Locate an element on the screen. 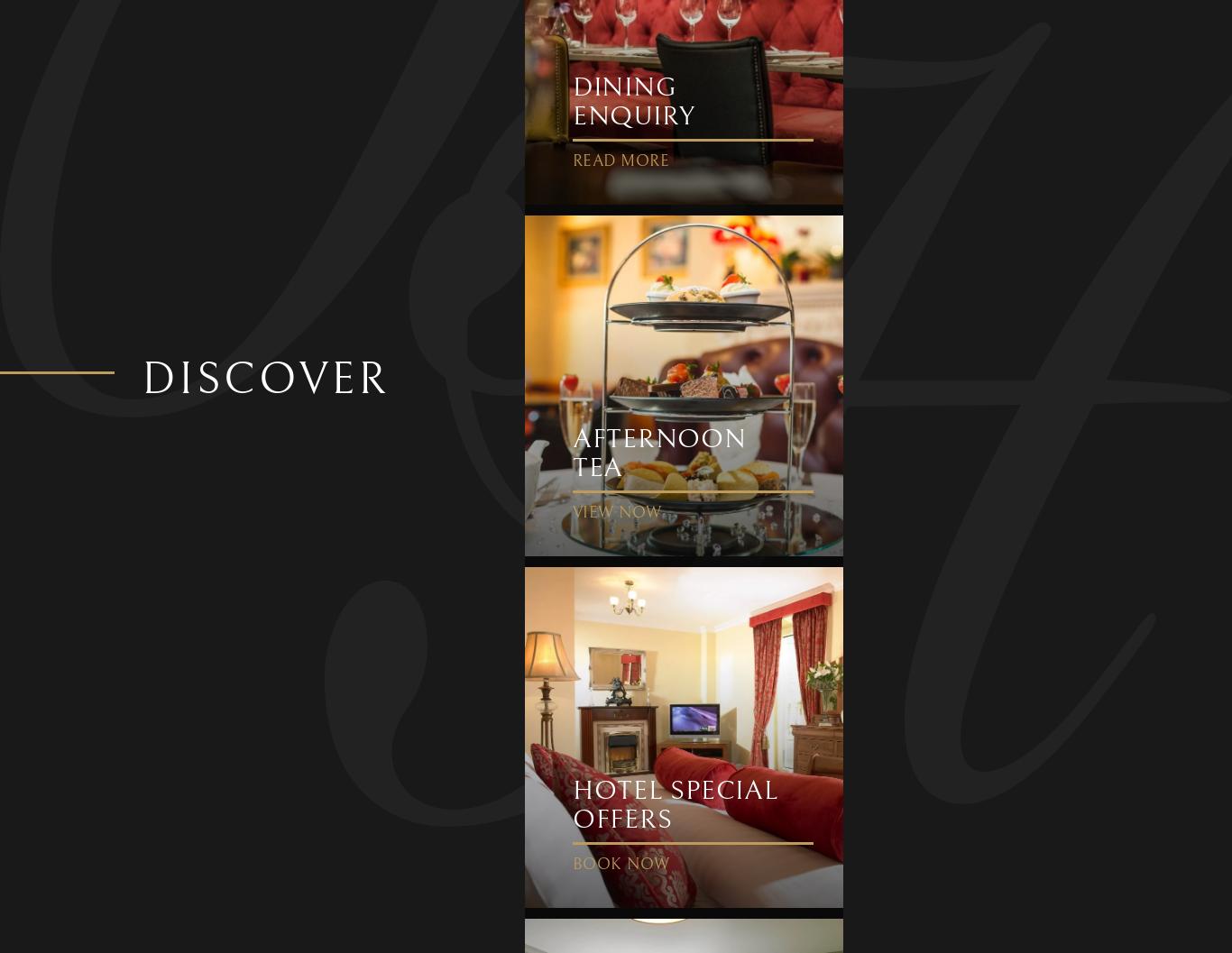  'Gift Vouchers' is located at coordinates (345, 390).